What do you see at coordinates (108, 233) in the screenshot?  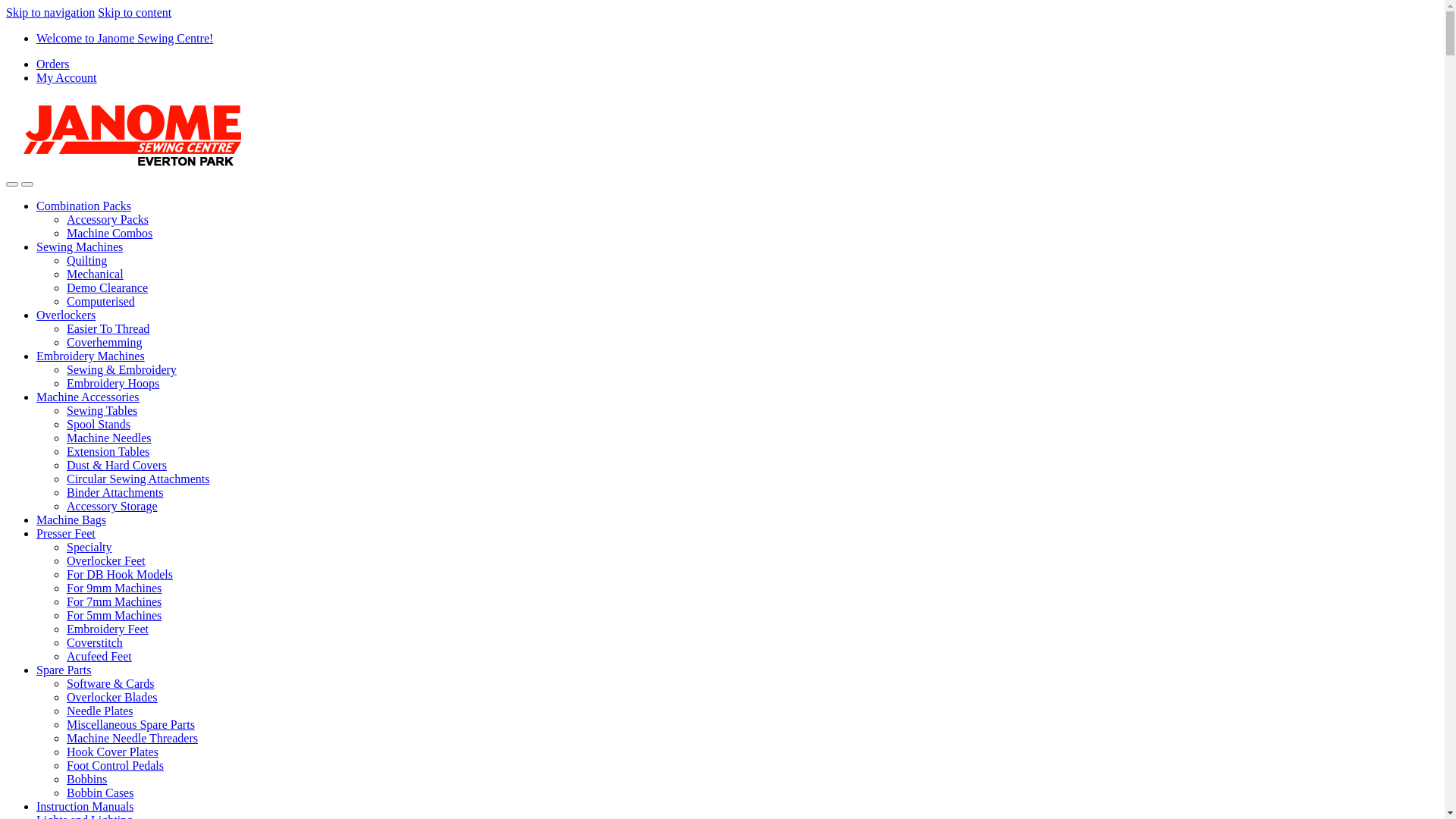 I see `'Machine Combos'` at bounding box center [108, 233].